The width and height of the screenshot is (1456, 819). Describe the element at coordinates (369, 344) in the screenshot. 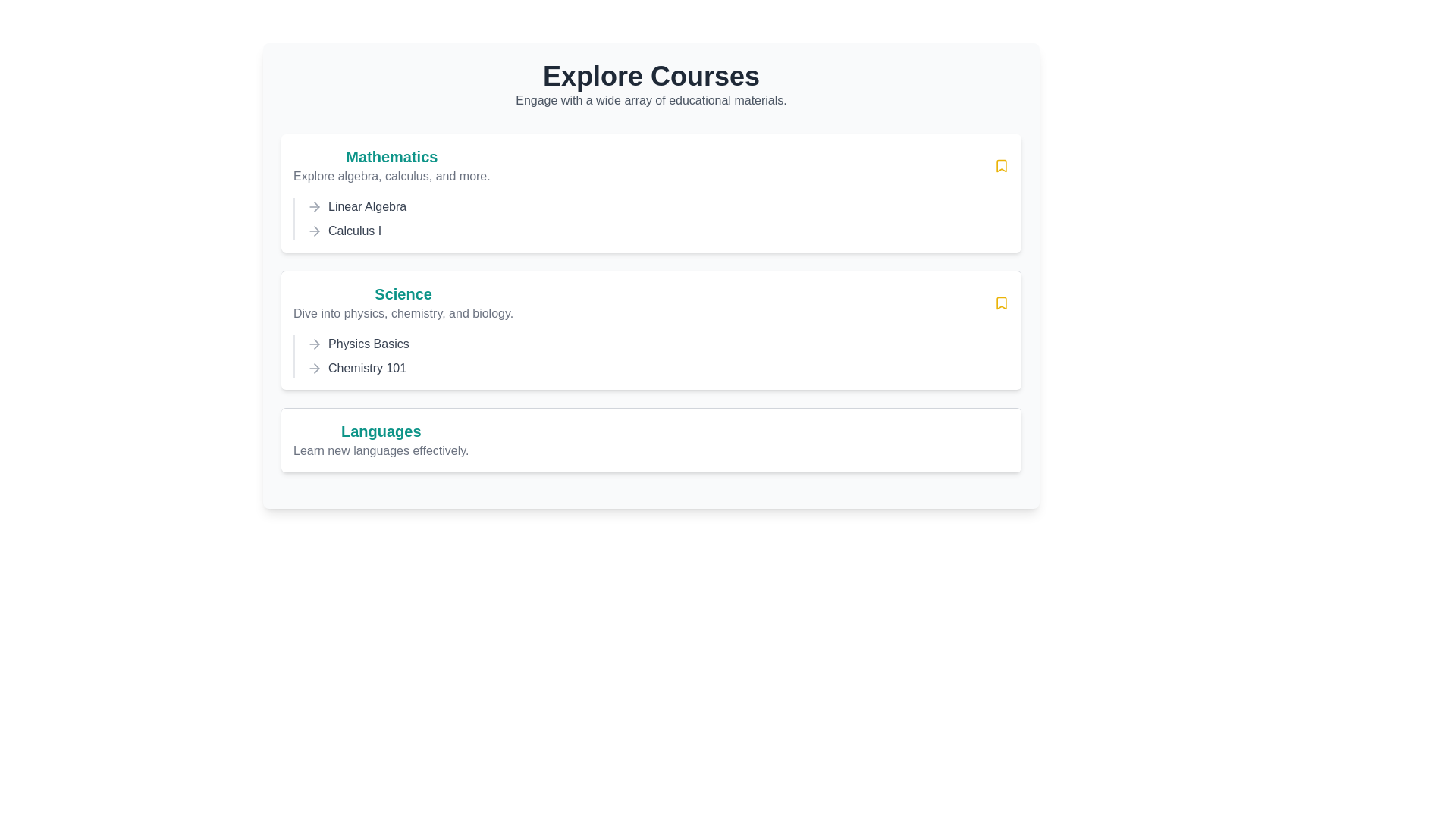

I see `the hyperlink text for 'Physics Basics', which is the first link under the 'Science' category in the main content area` at that location.